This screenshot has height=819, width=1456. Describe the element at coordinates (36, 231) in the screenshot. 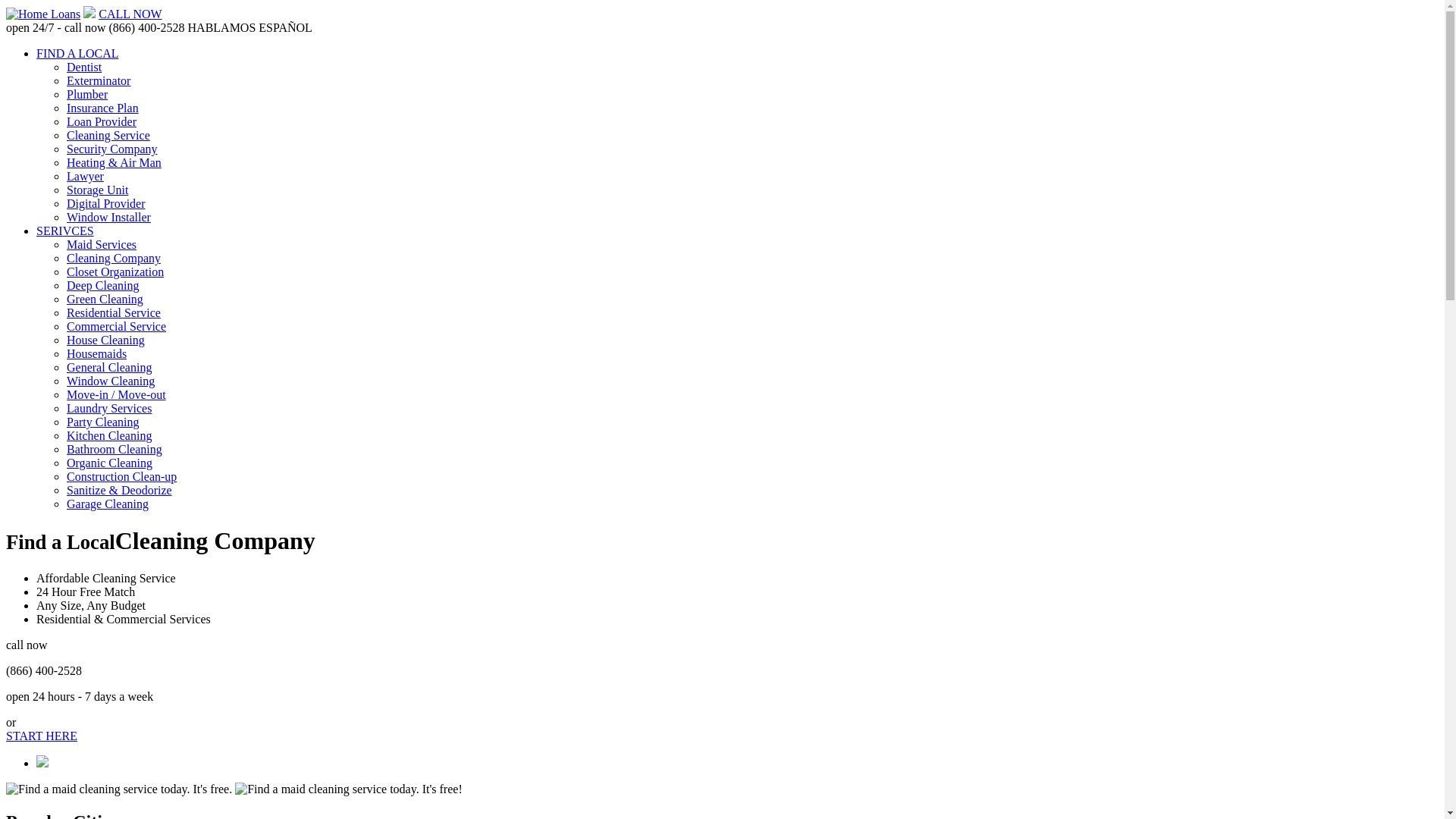

I see `'SERIVCES'` at that location.